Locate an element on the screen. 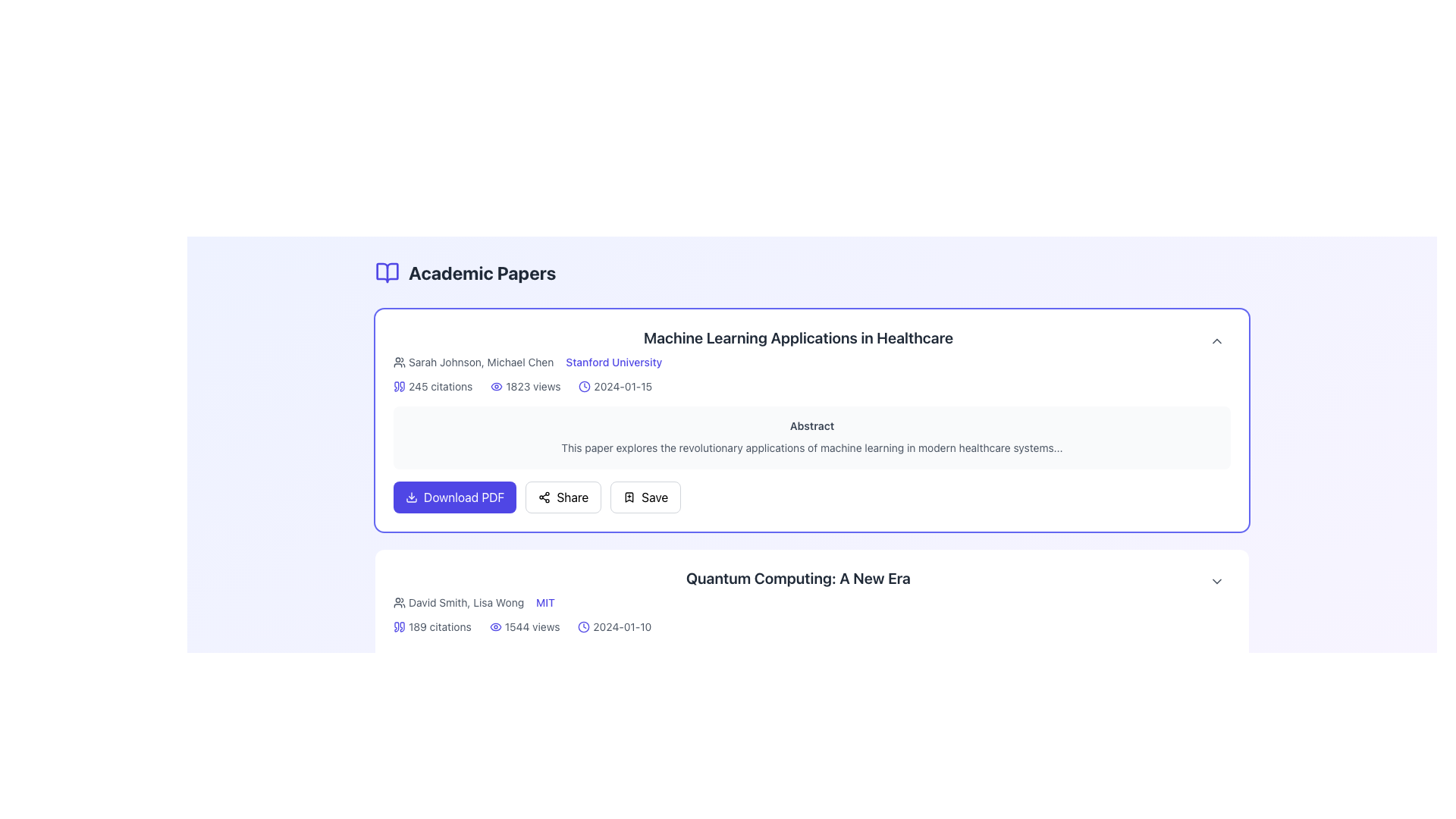  the save button located to the right of the 'Share' button at the bottom of the card representing the academic paper 'Machine Learning Applications in Healthcare' is located at coordinates (645, 497).